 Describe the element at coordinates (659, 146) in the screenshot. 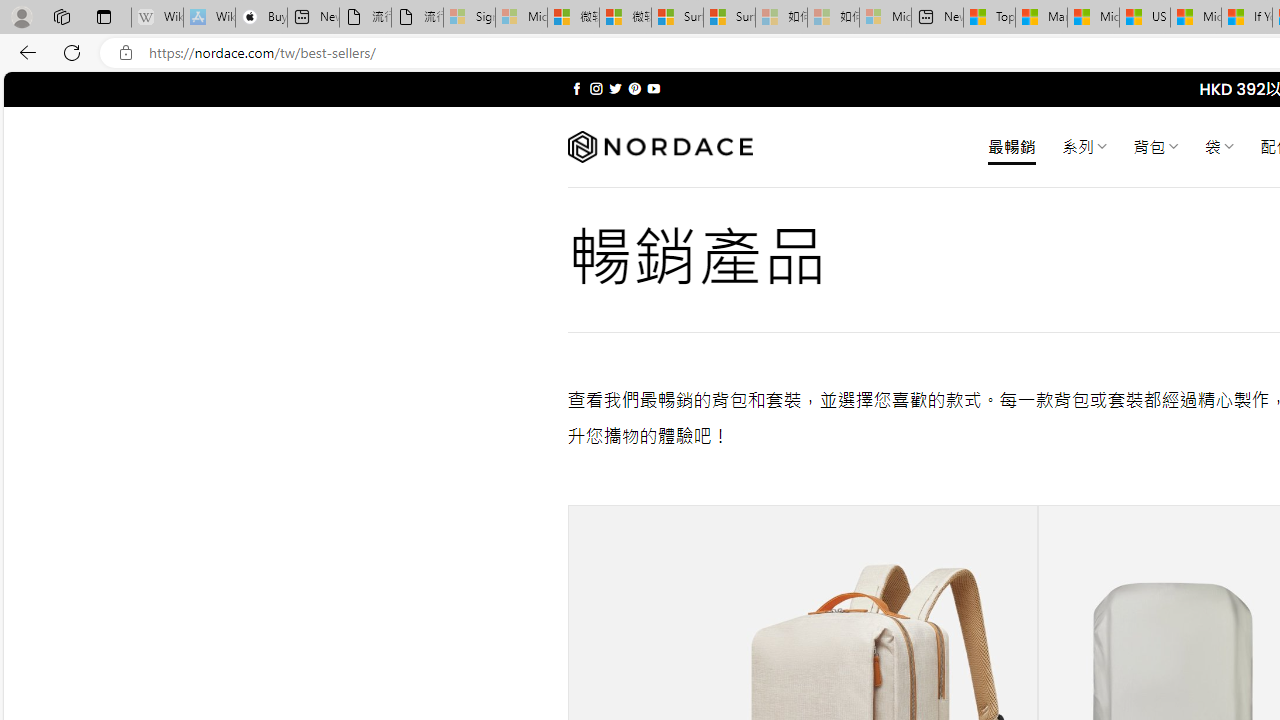

I see `'Nordace'` at that location.